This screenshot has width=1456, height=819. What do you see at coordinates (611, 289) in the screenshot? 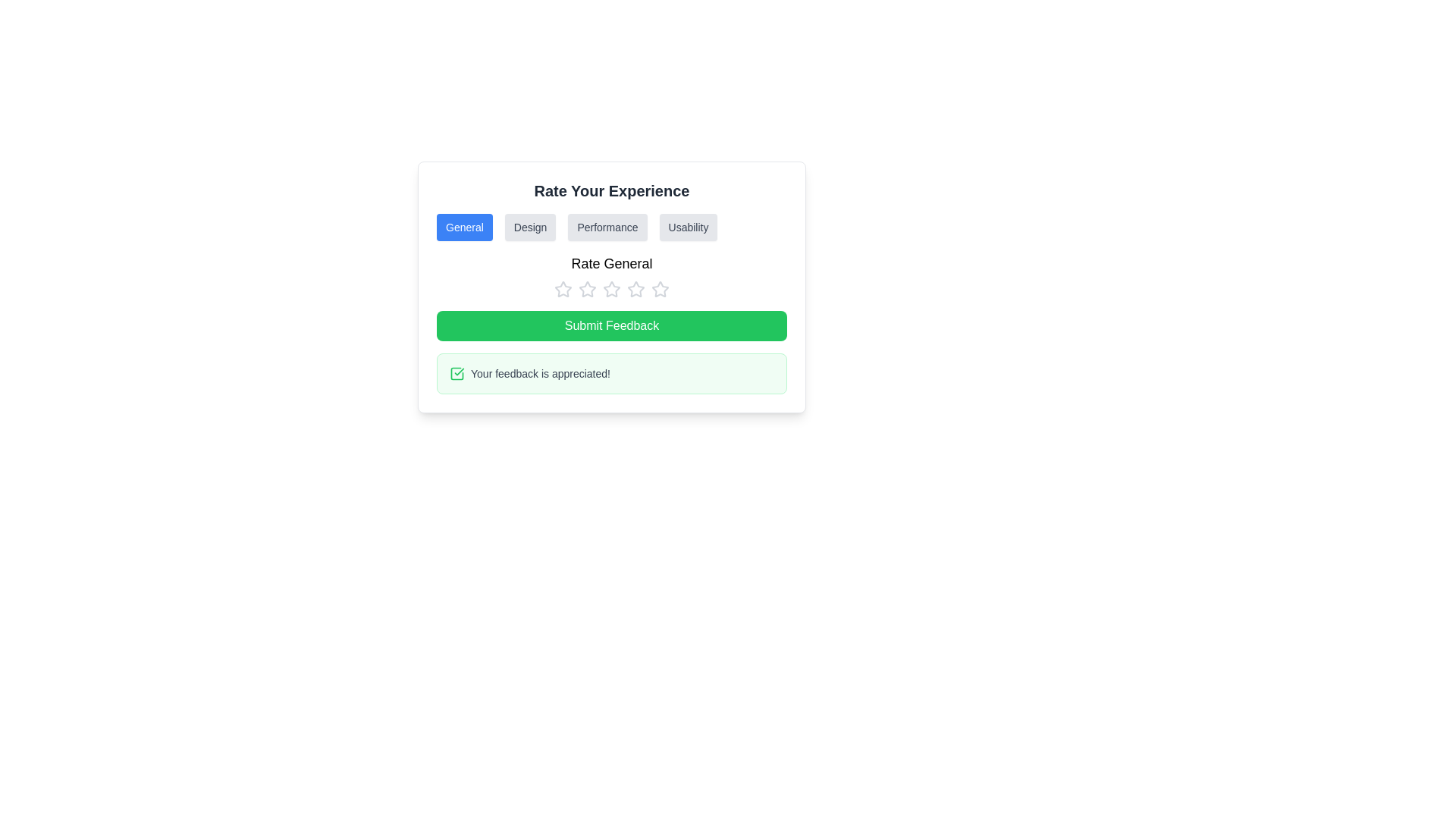
I see `the third outlined star icon in the rating interface, which is gray and inactive, located below the 'Rate General' heading in the 'Rate Your Experience' section` at bounding box center [611, 289].